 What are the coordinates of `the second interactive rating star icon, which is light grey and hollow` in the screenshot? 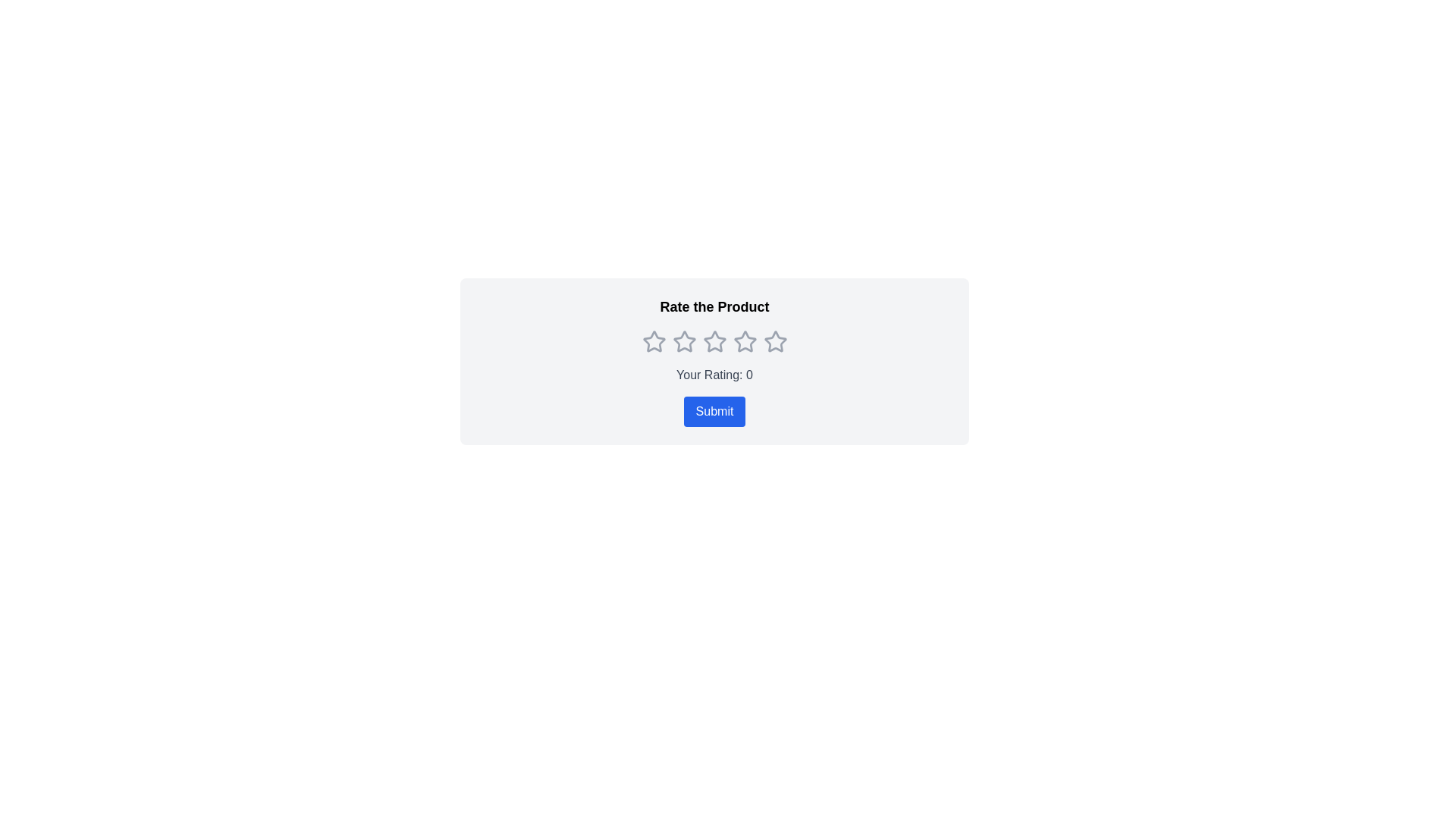 It's located at (713, 341).